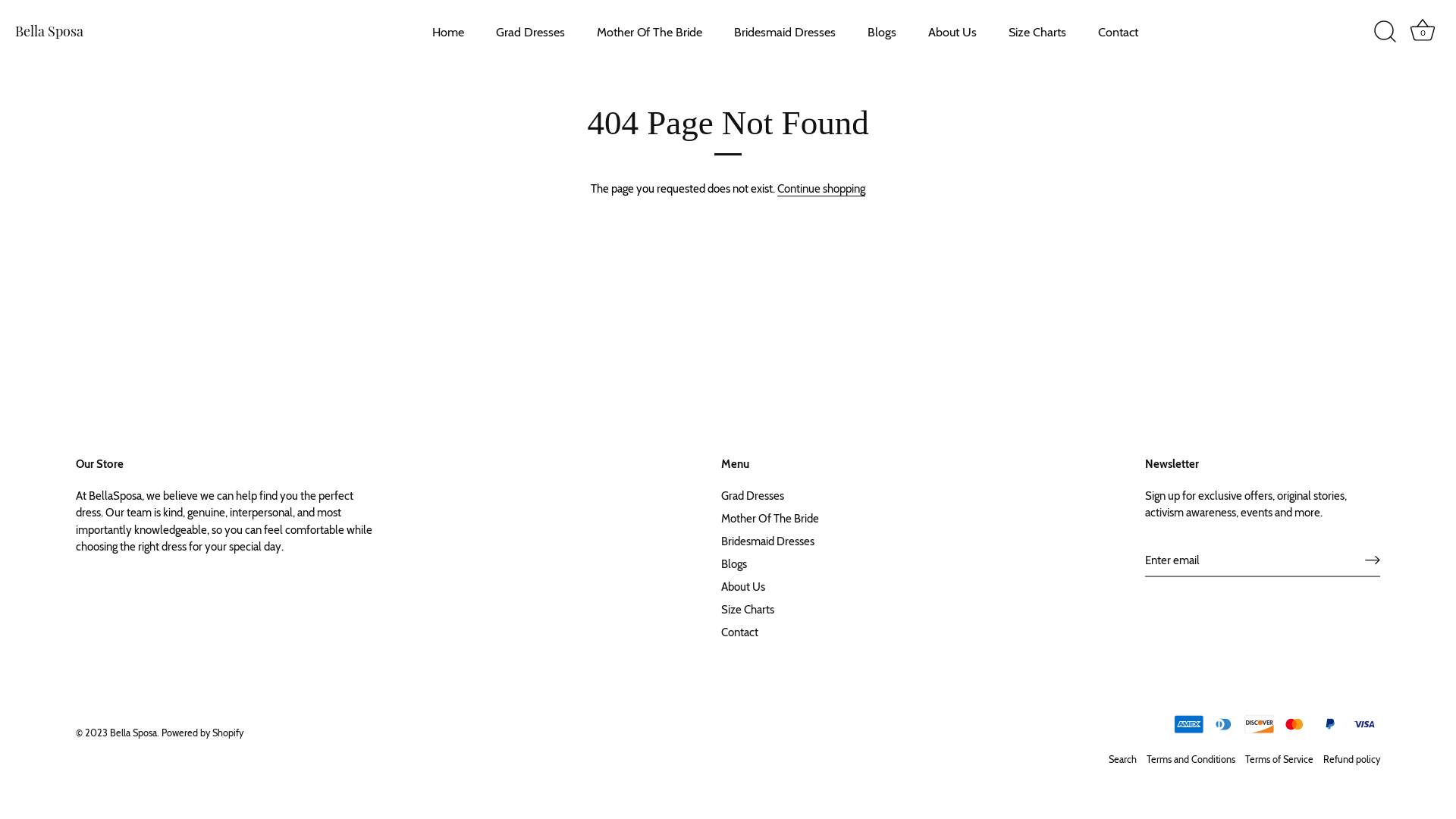  I want to click on 'Home', so click(418, 32).